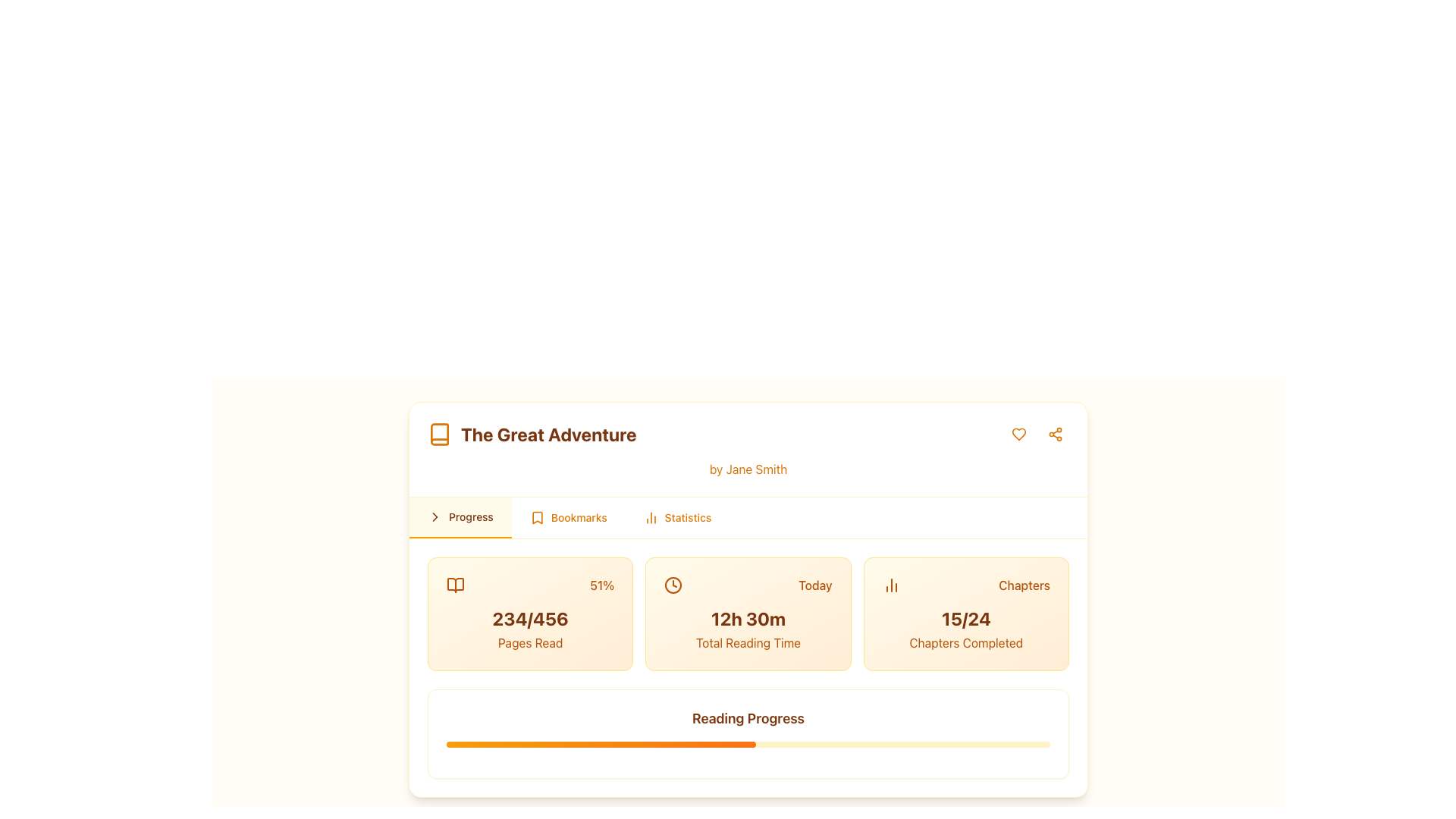 The height and width of the screenshot is (819, 1456). What do you see at coordinates (748, 744) in the screenshot?
I see `the Progress Bar located under the 'Reading Progress' text` at bounding box center [748, 744].